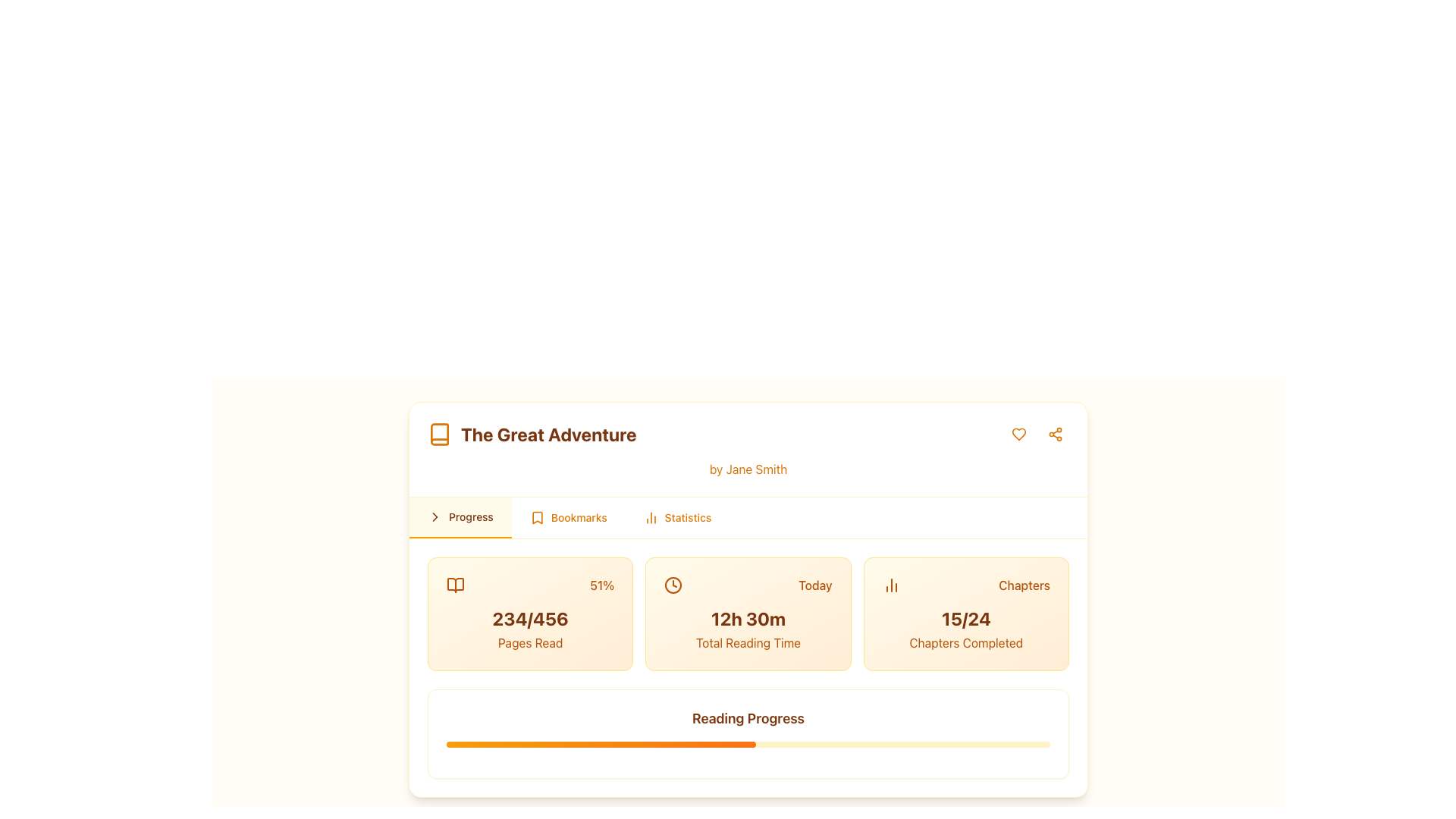 The height and width of the screenshot is (819, 1456). What do you see at coordinates (748, 744) in the screenshot?
I see `the Progress Bar located under the 'Reading Progress' text` at bounding box center [748, 744].